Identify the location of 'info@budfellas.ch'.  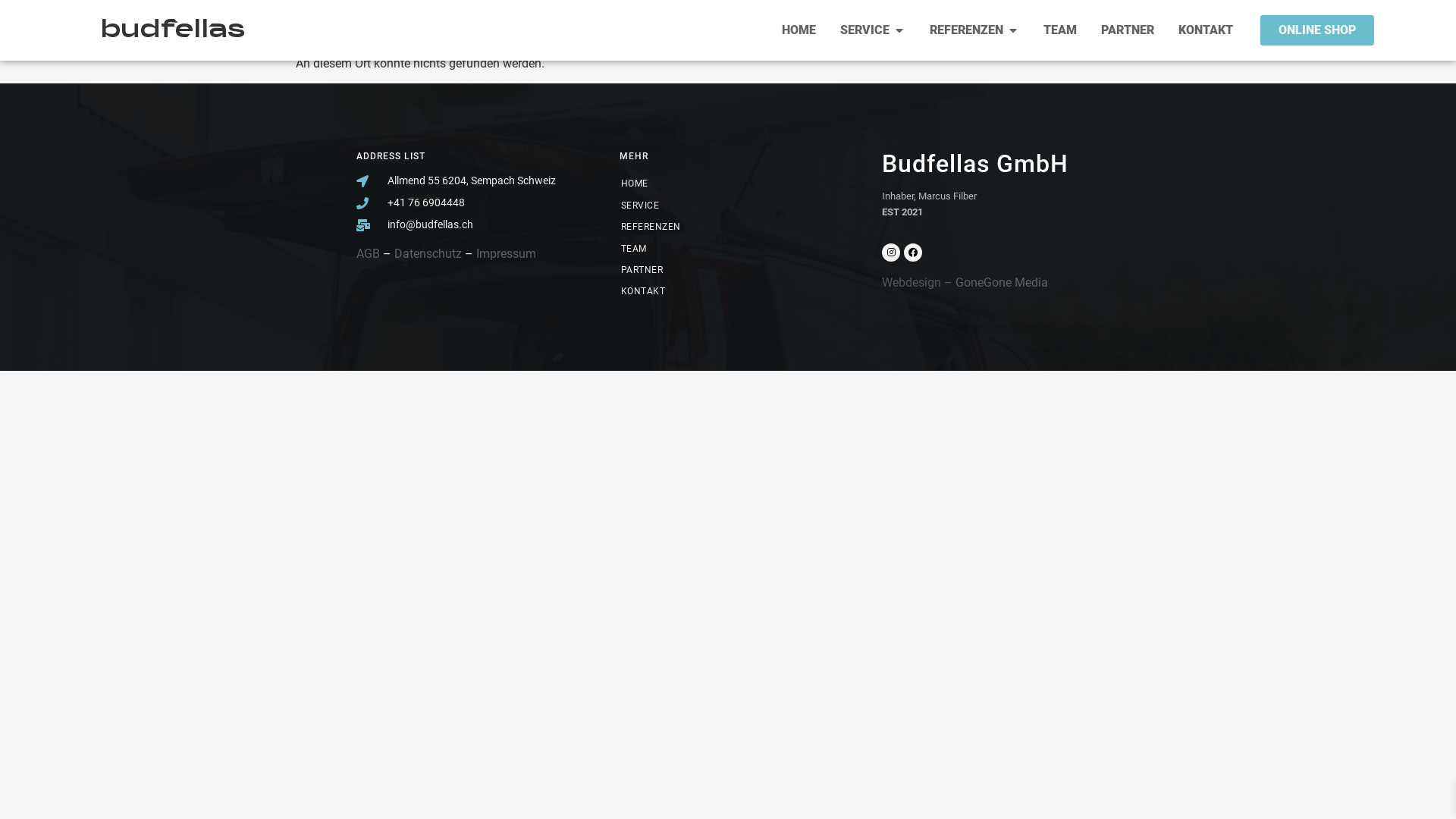
(464, 224).